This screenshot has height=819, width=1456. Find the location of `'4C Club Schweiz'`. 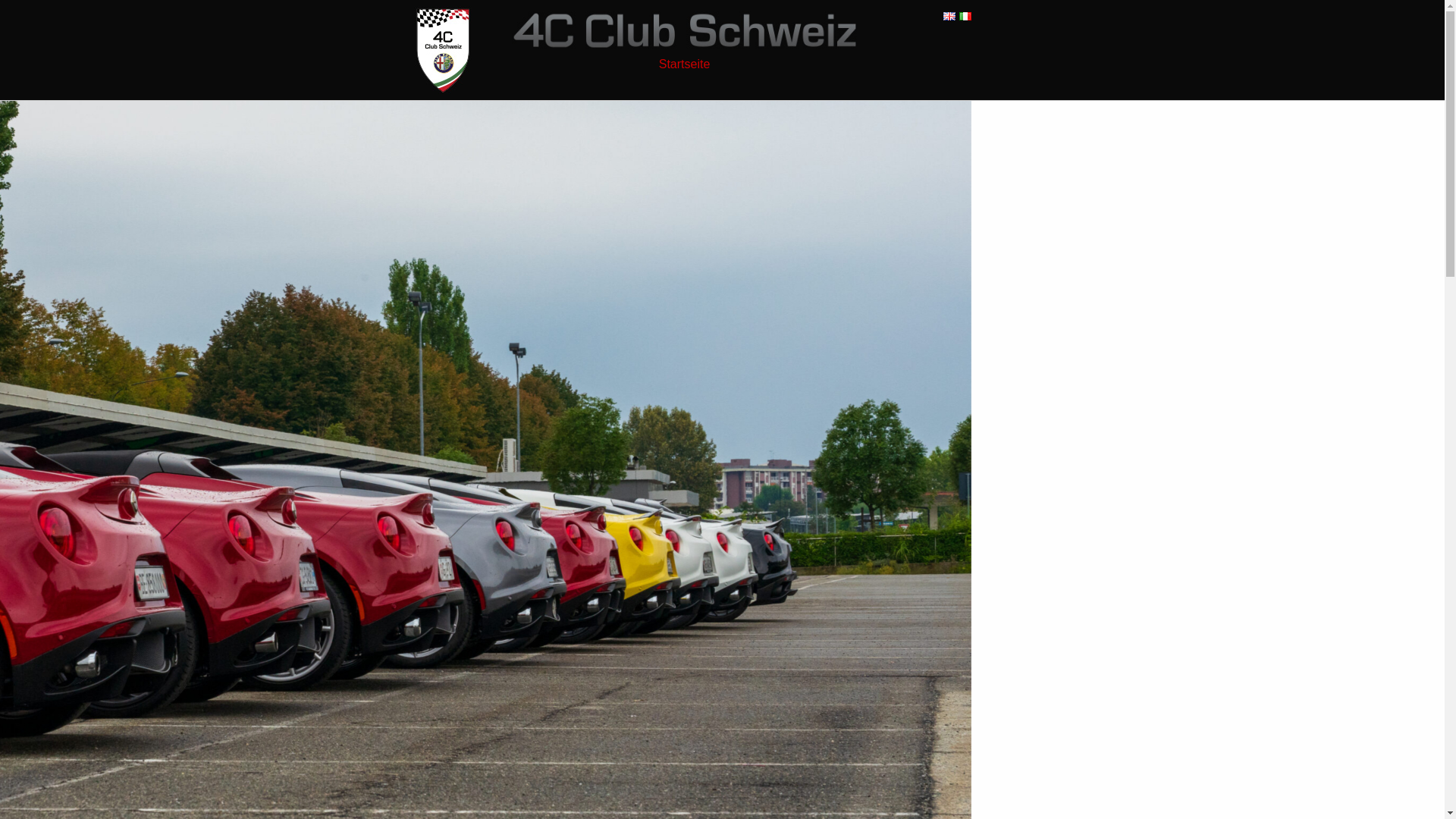

'4C Club Schweiz' is located at coordinates (683, 30).